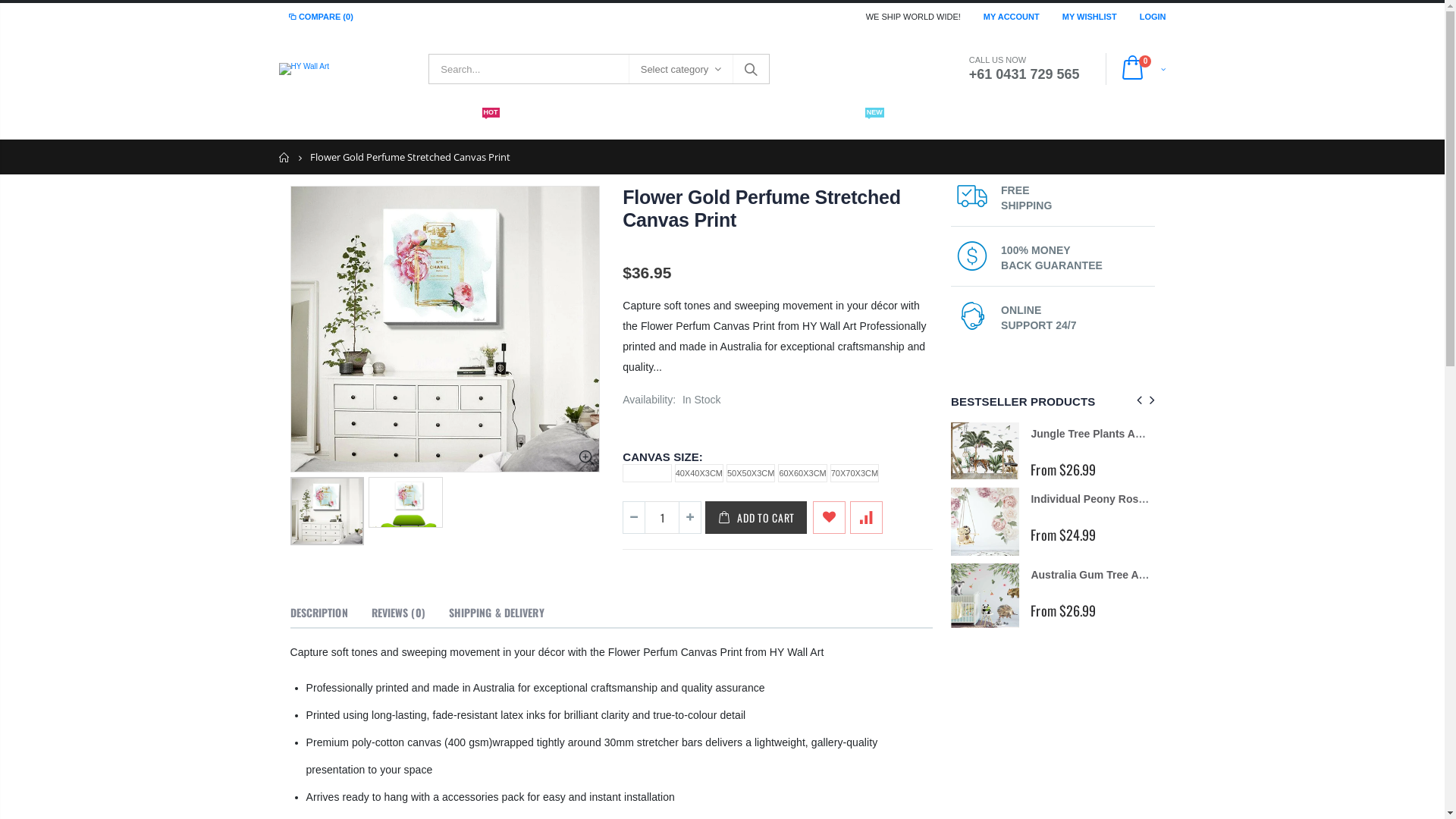 This screenshot has height=819, width=1456. Describe the element at coordinates (1139, 69) in the screenshot. I see `'0'` at that location.